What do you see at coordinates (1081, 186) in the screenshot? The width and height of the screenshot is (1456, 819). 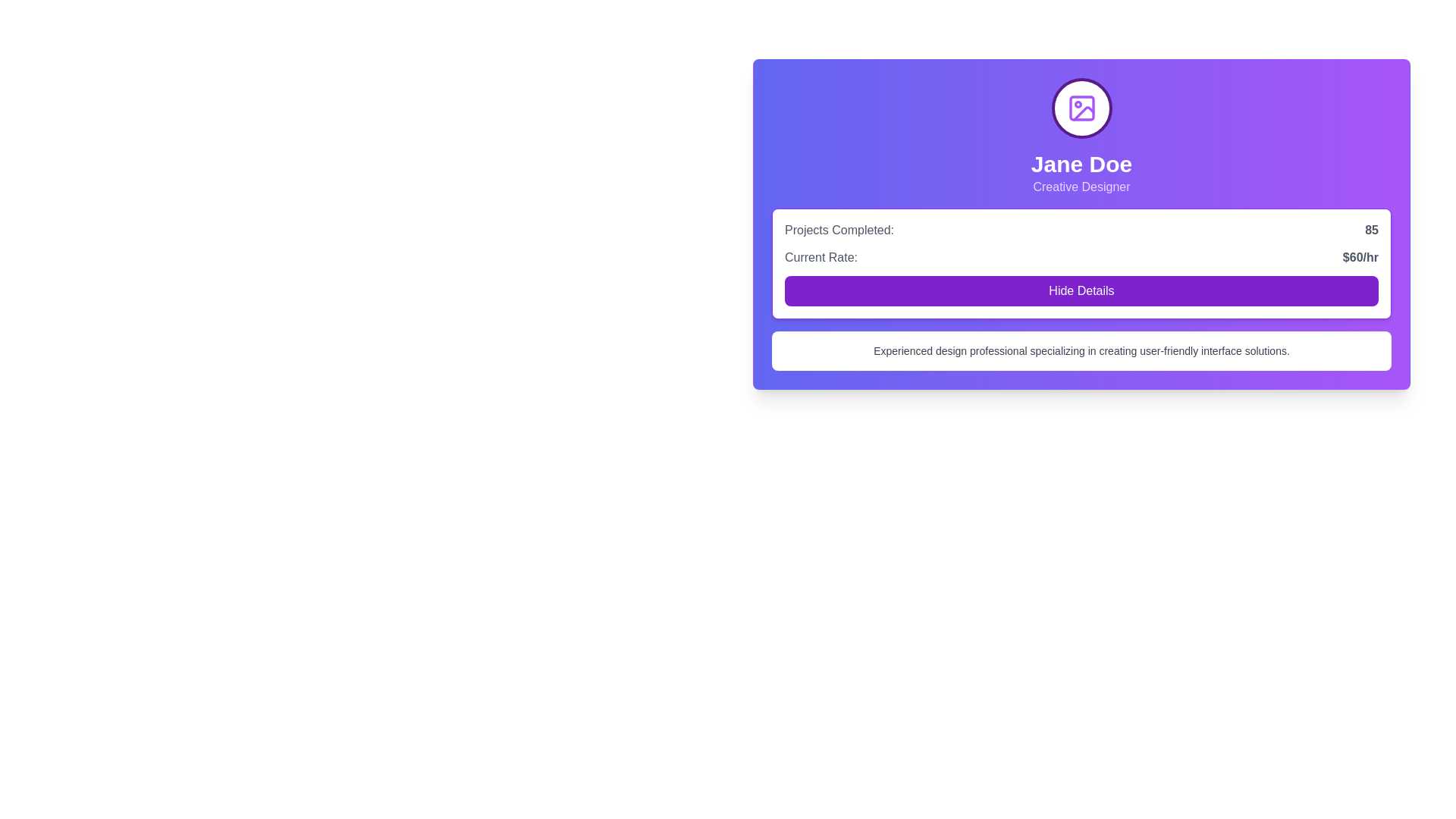 I see `the text label displaying 'Creative Designer', which is located immediately below the name 'Jane Doe' and features a light purple font on a gradient background` at bounding box center [1081, 186].